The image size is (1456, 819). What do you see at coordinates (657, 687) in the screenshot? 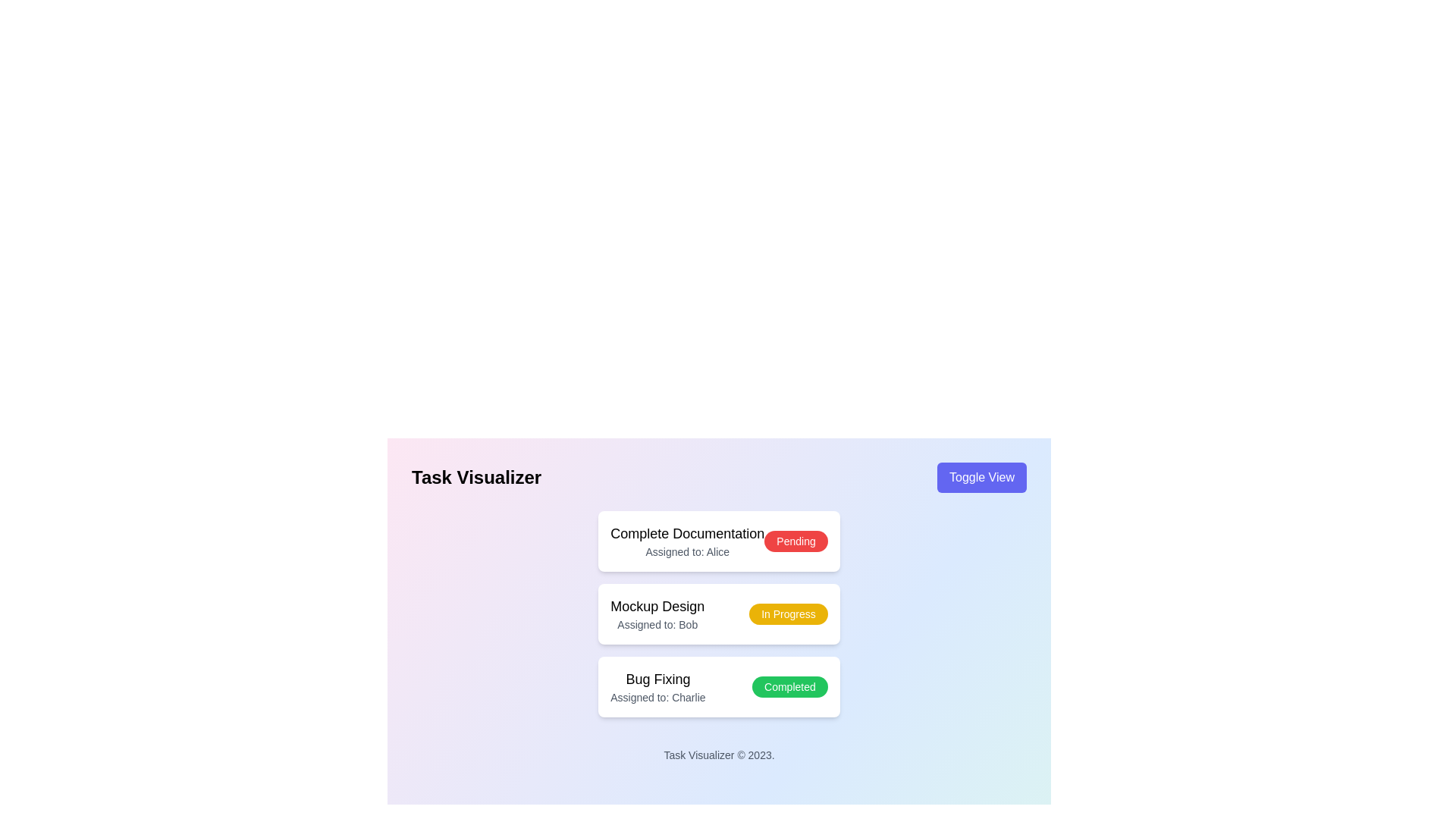
I see `the non-interactive text block displaying the task title 'Bug Fixing' and assigned user 'Charlie' within the third card of the task cards` at bounding box center [657, 687].